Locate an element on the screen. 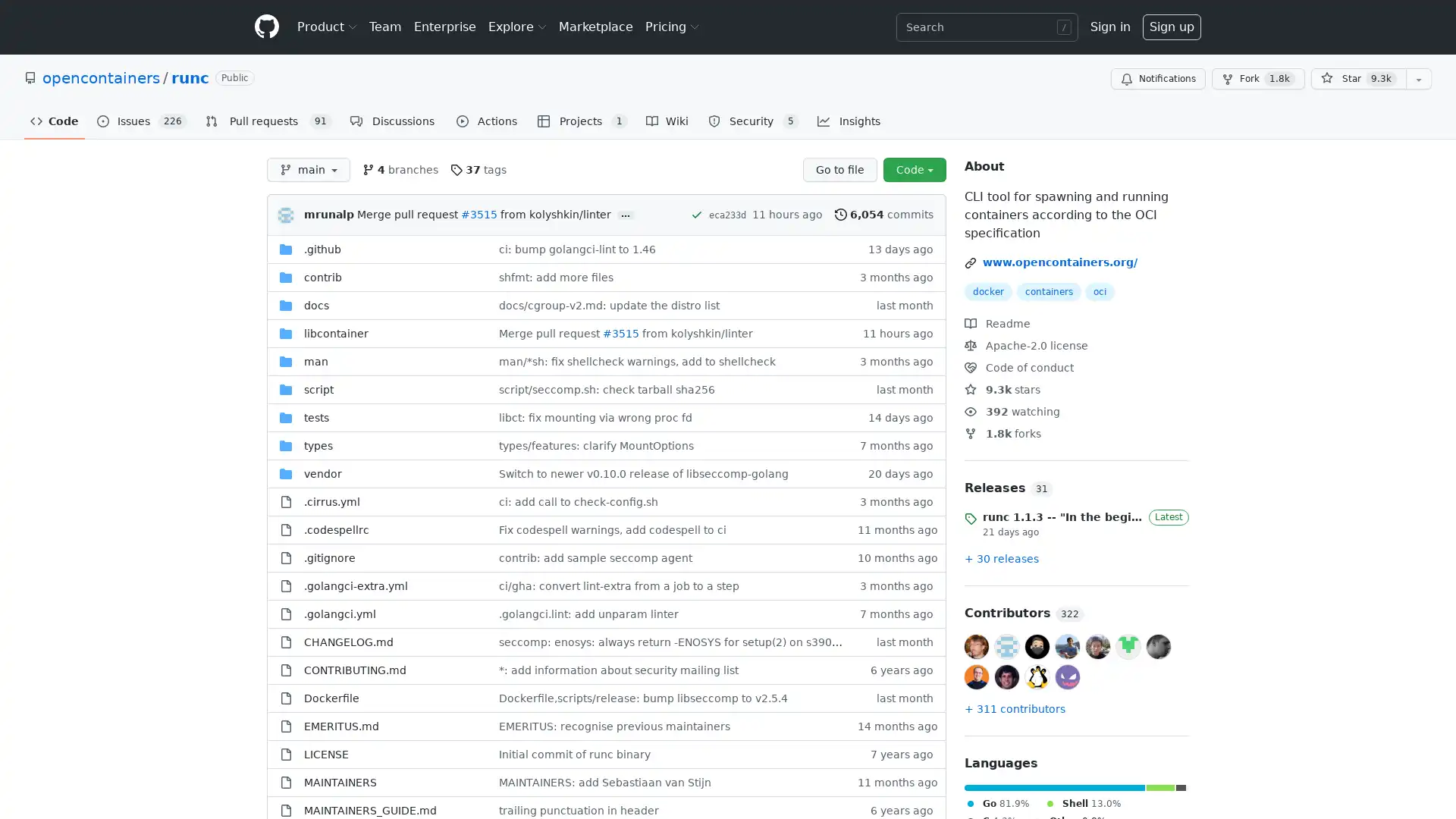 The width and height of the screenshot is (1456, 819). You must be signed in to add this repository to a list is located at coordinates (1418, 79).